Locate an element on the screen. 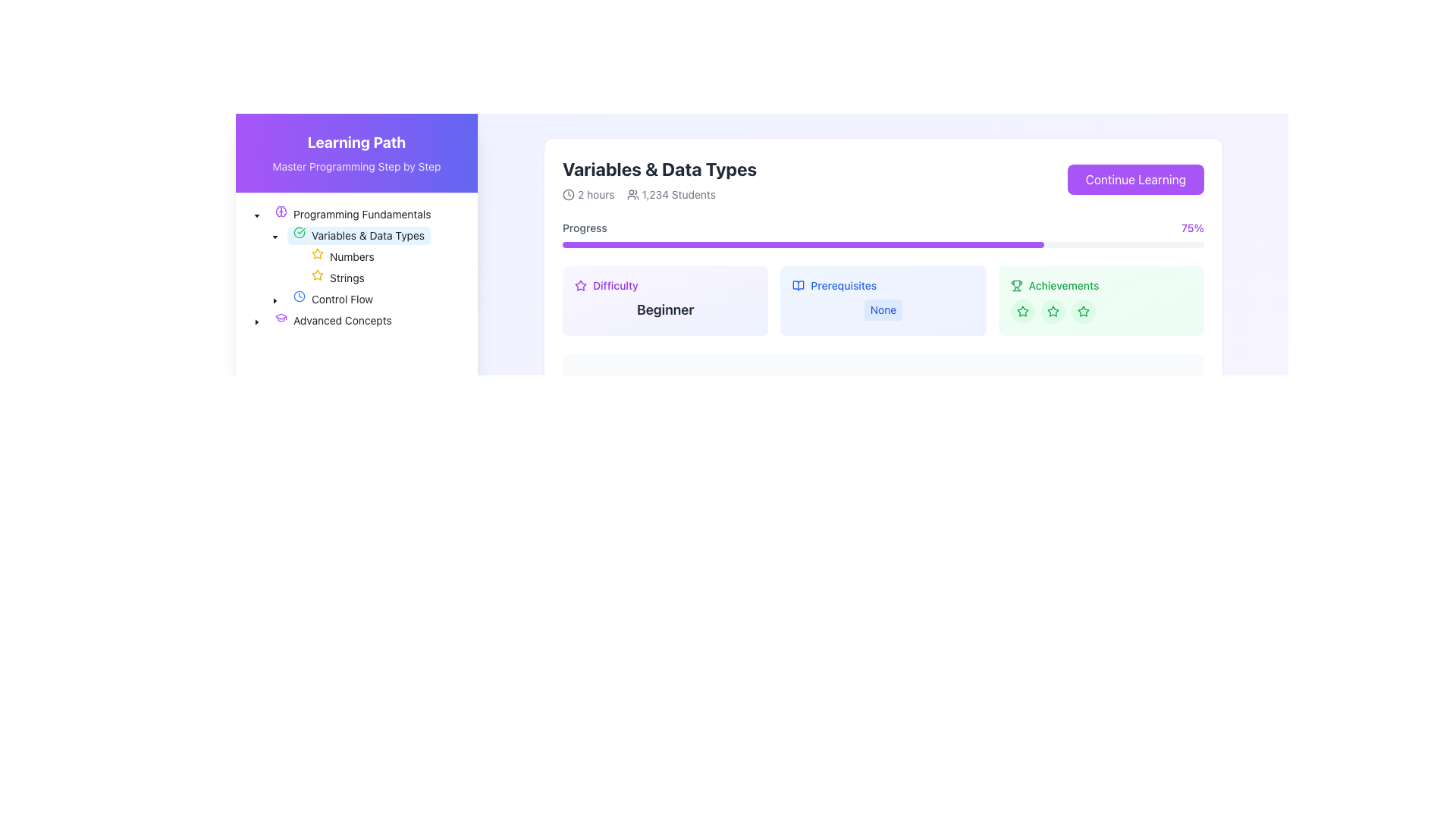  the Progress Bar element located in the 'Variables & Data Types' section is located at coordinates (883, 234).